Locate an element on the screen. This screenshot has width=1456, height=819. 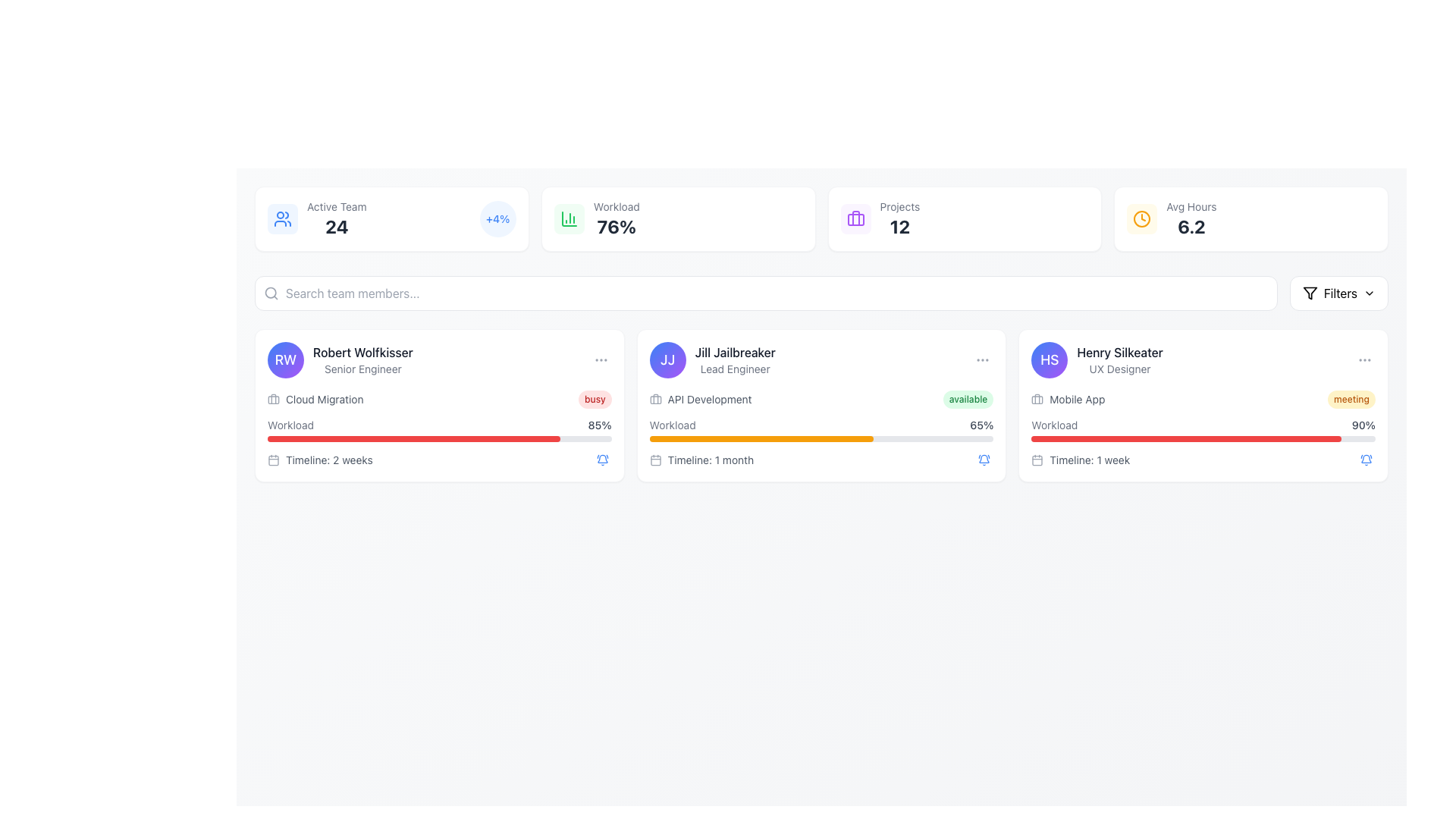
the Profile avatar representing 'Robert Wolfkisser' is located at coordinates (286, 359).